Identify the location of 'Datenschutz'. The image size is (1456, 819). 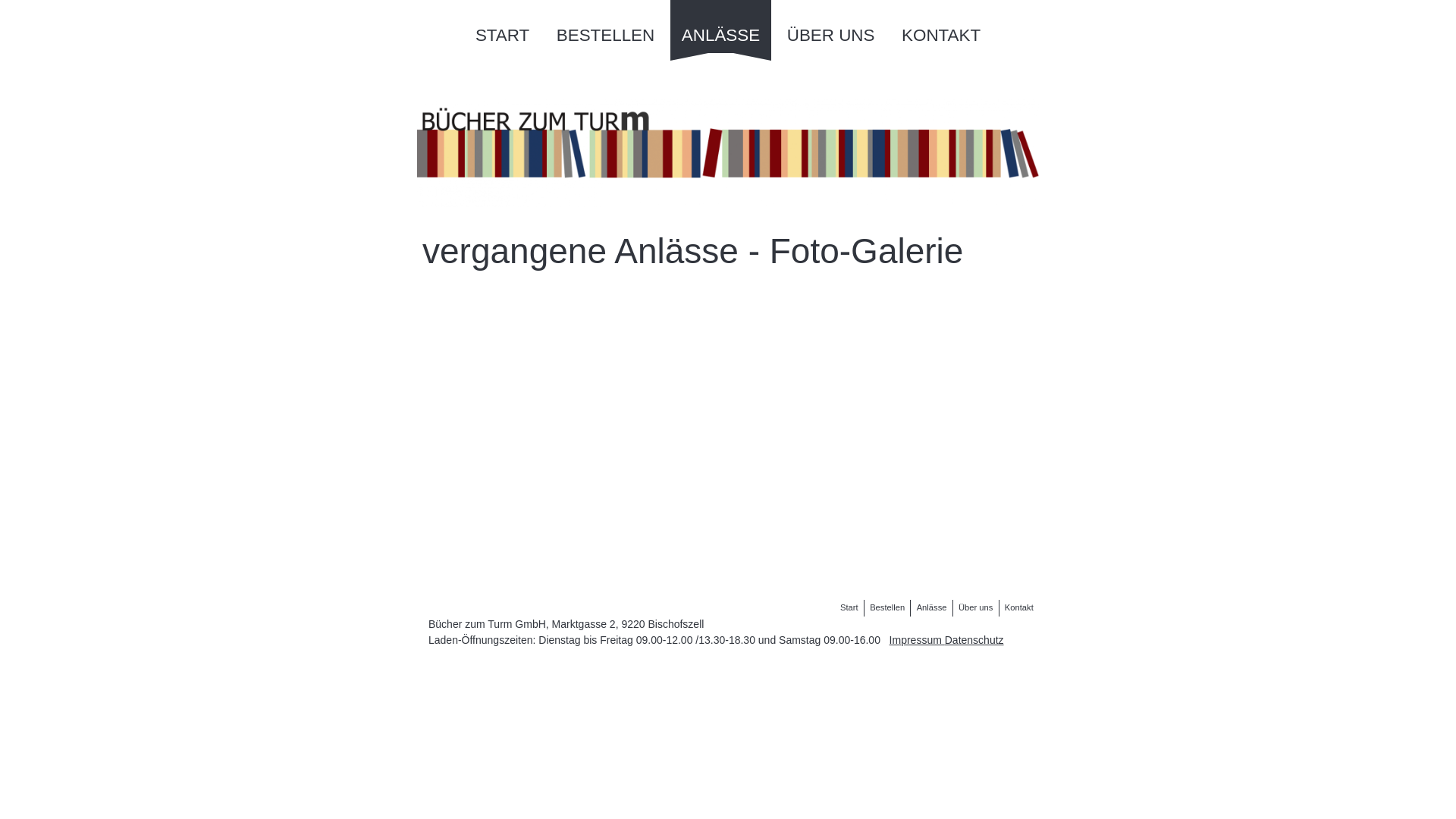
(974, 640).